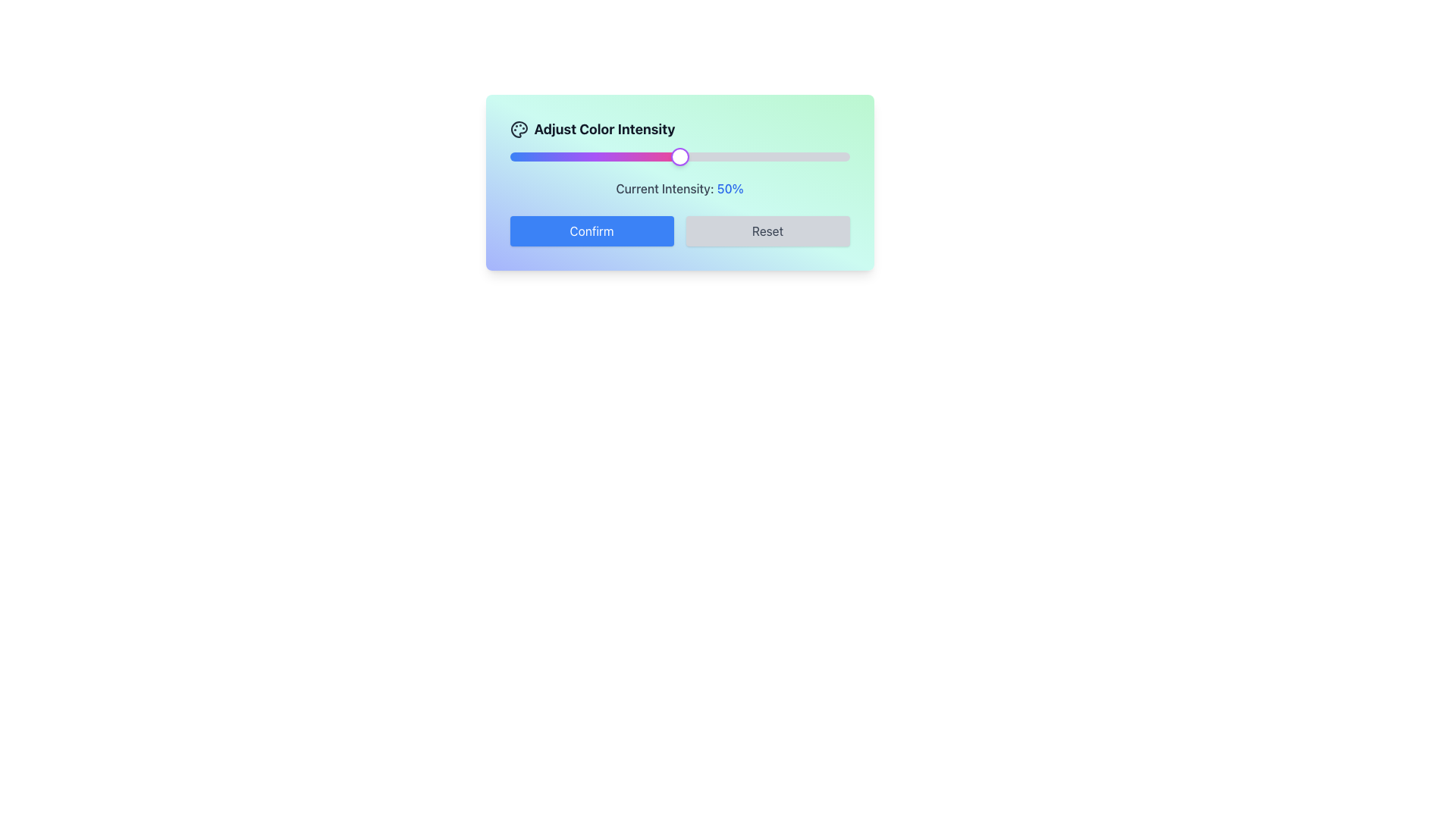  I want to click on the reset button located to the right of the 'Confirm' button, so click(767, 231).